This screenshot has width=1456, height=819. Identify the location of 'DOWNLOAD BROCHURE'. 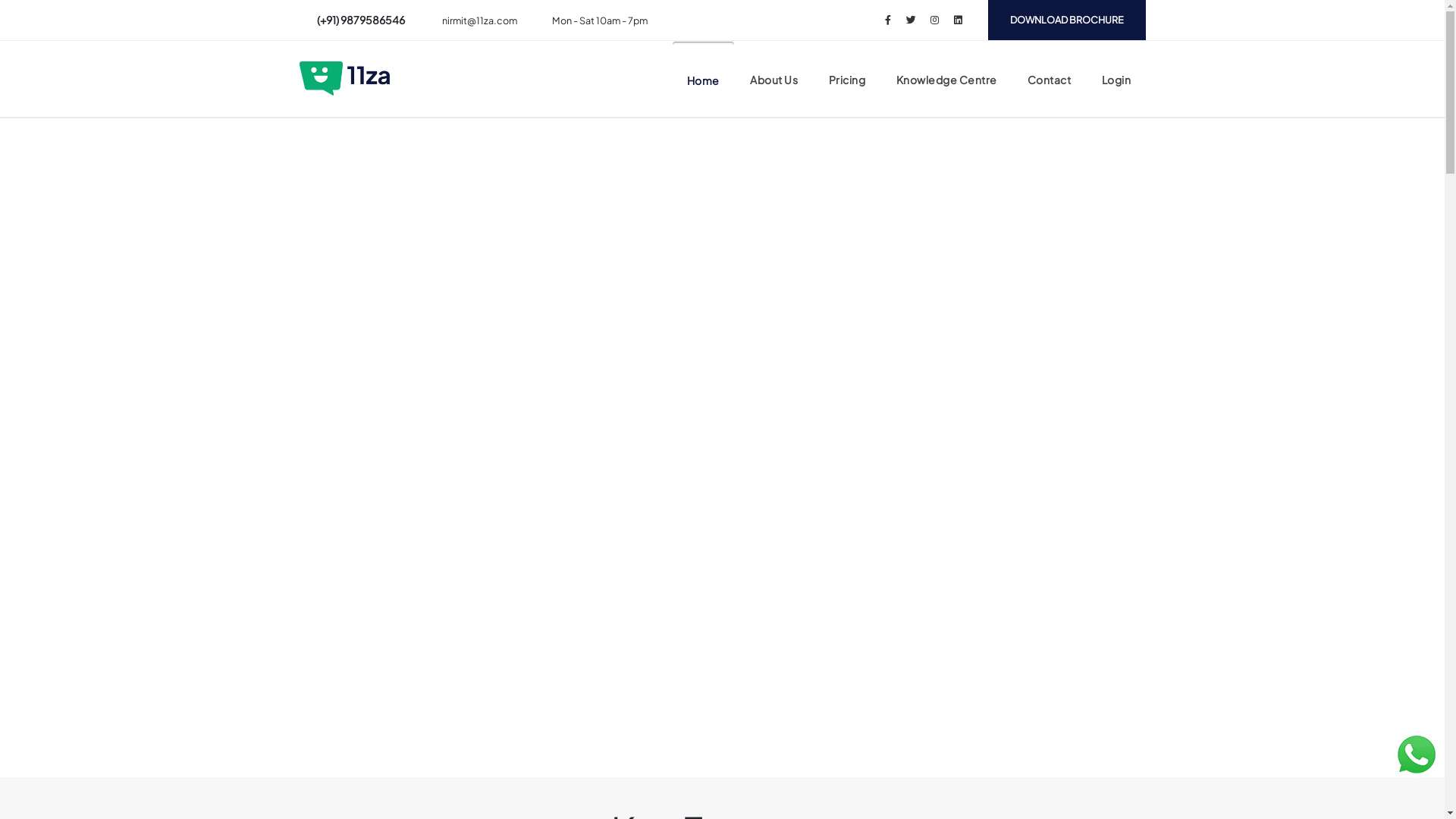
(1065, 20).